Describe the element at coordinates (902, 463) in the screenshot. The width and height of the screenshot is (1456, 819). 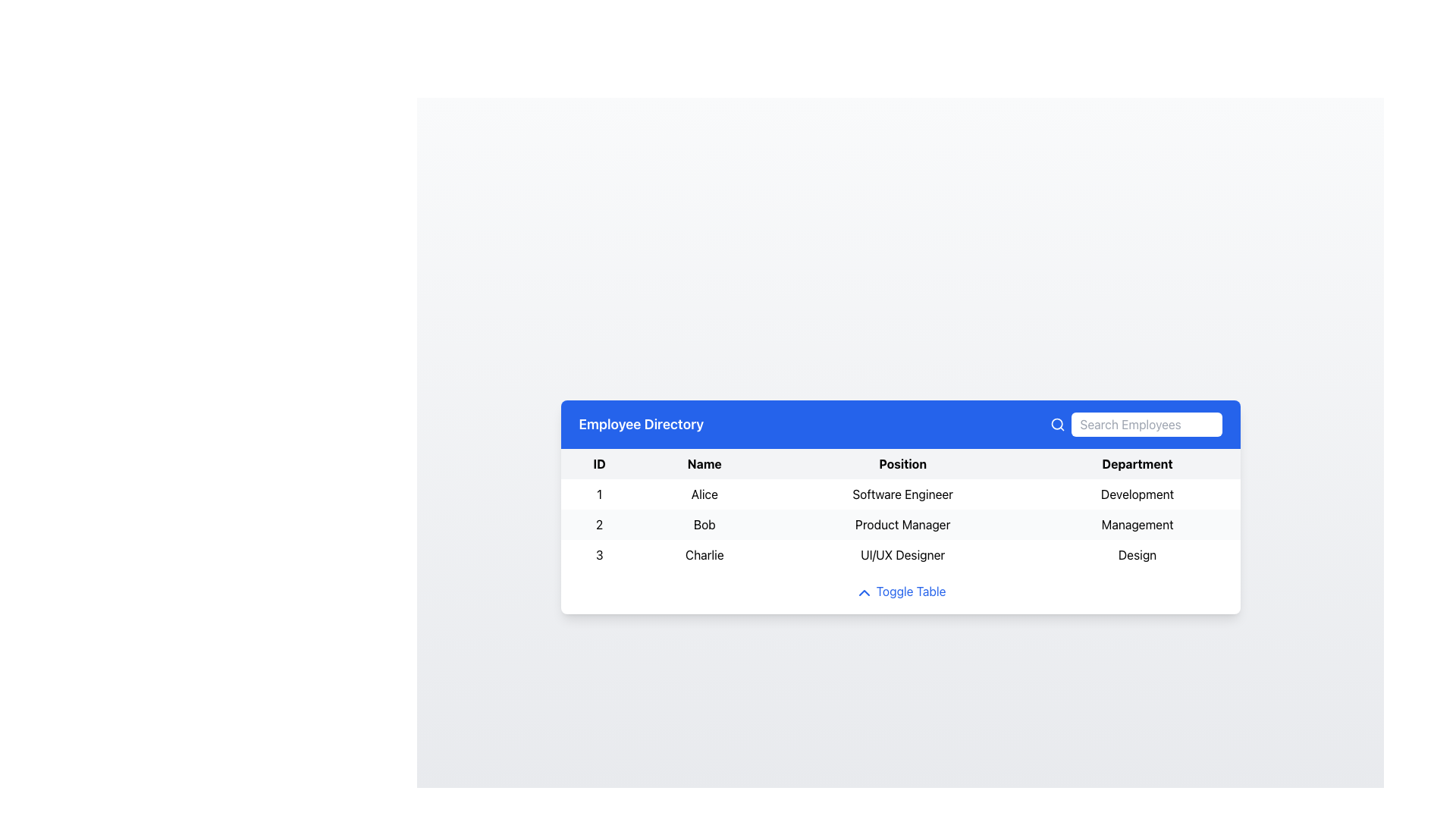
I see `the 'Position' text label in the header row of the table, which indicates the job positions or titles` at that location.